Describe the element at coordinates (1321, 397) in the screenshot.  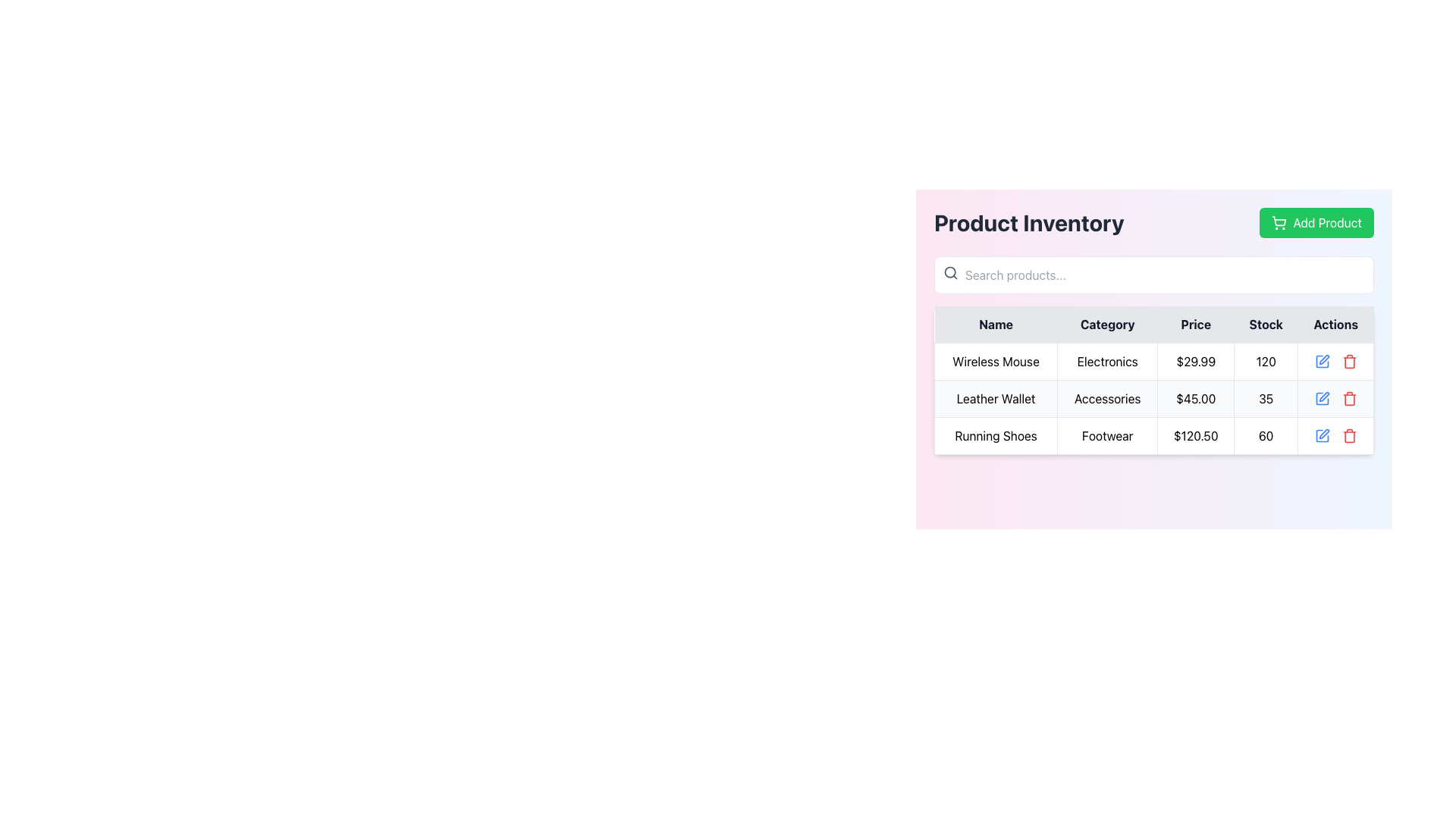
I see `the blue pen icon button used for editing actions in the 'Actions' column of the inventory table, specifically for the 'Leather Wallet' entry` at that location.